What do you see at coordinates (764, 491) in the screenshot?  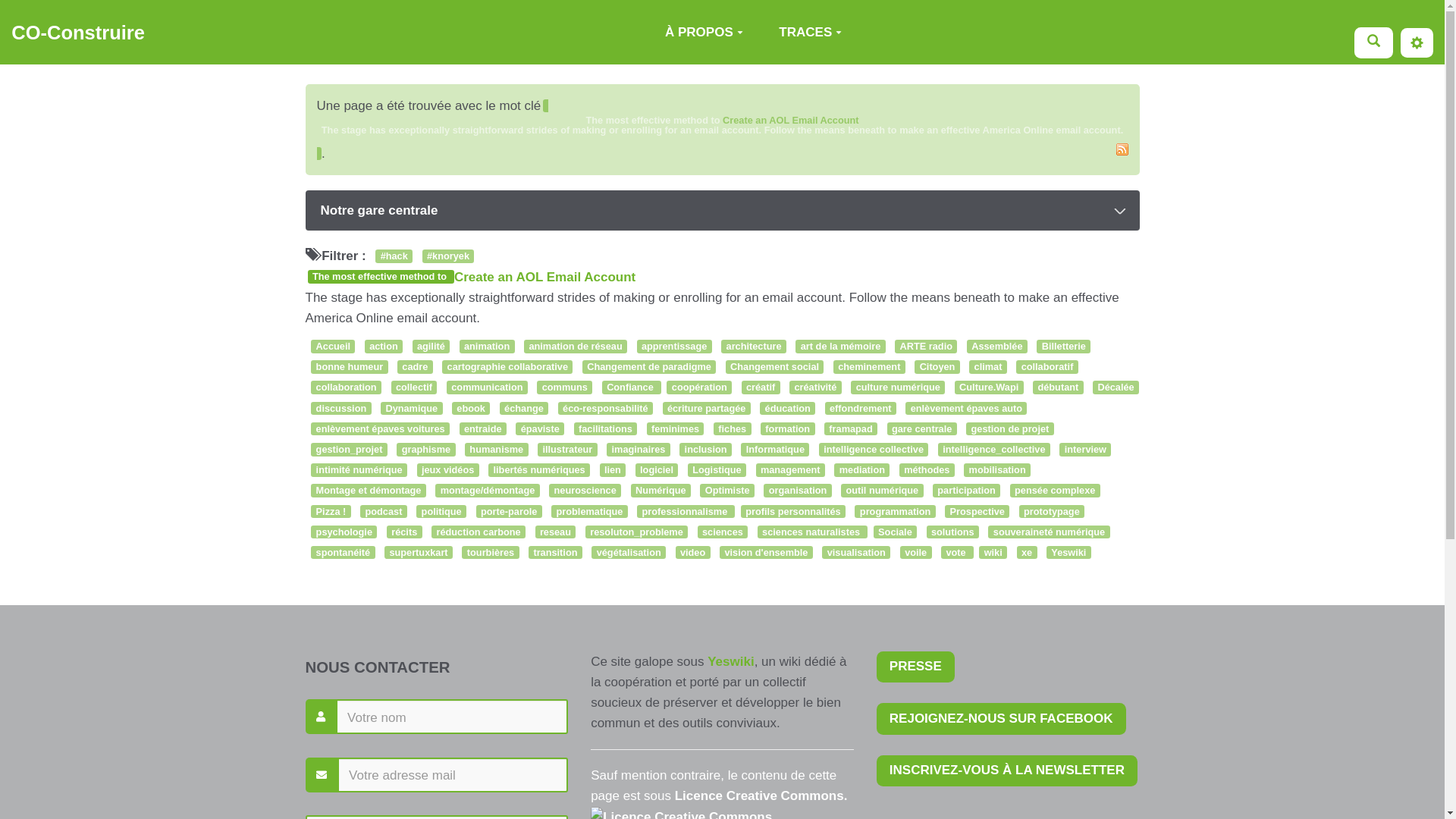 I see `'organisation'` at bounding box center [764, 491].